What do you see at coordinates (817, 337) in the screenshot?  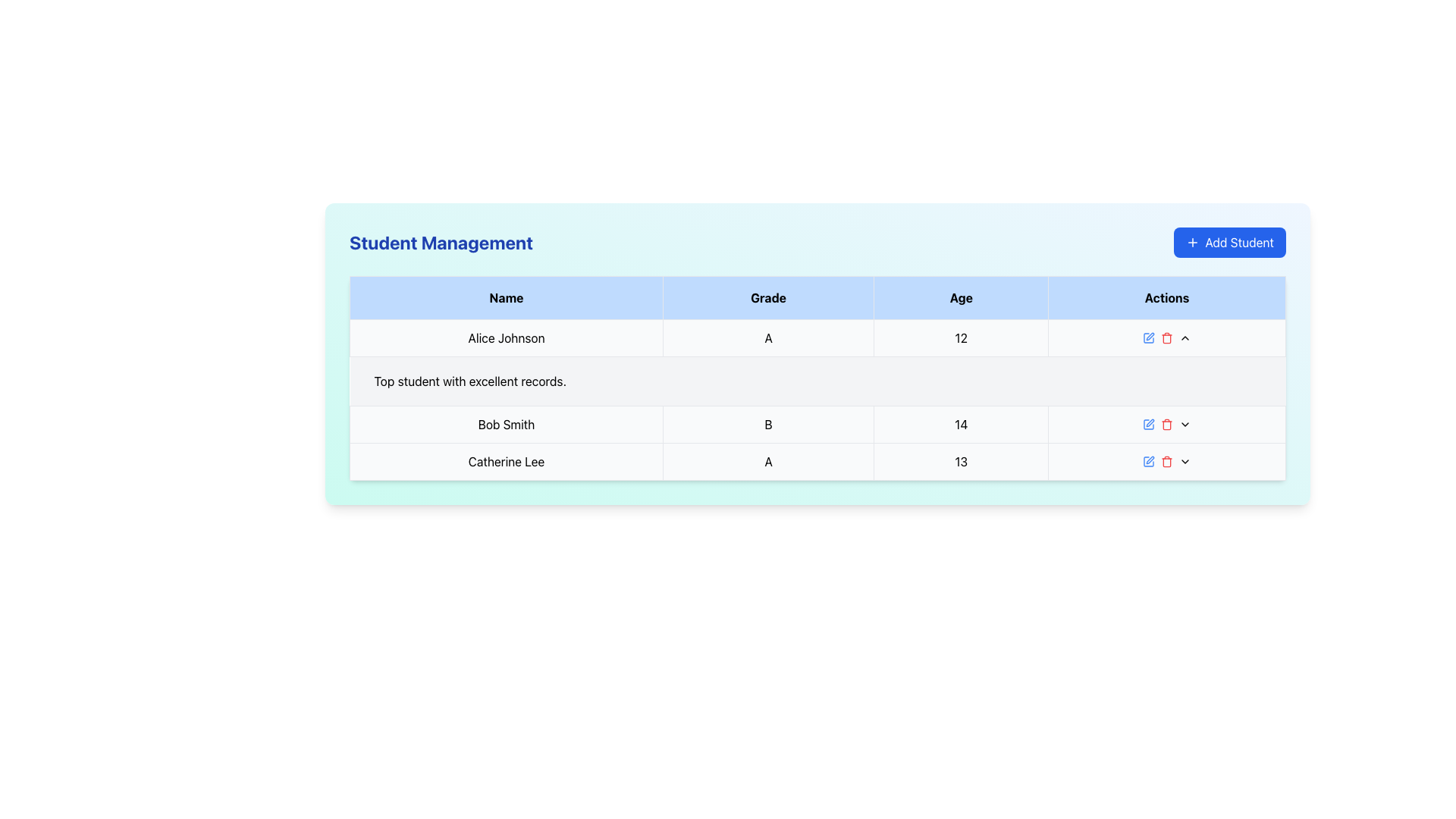 I see `the first row of the student management table containing the name 'Alice Johnson', the letter 'A', the number '12', and action icons` at bounding box center [817, 337].